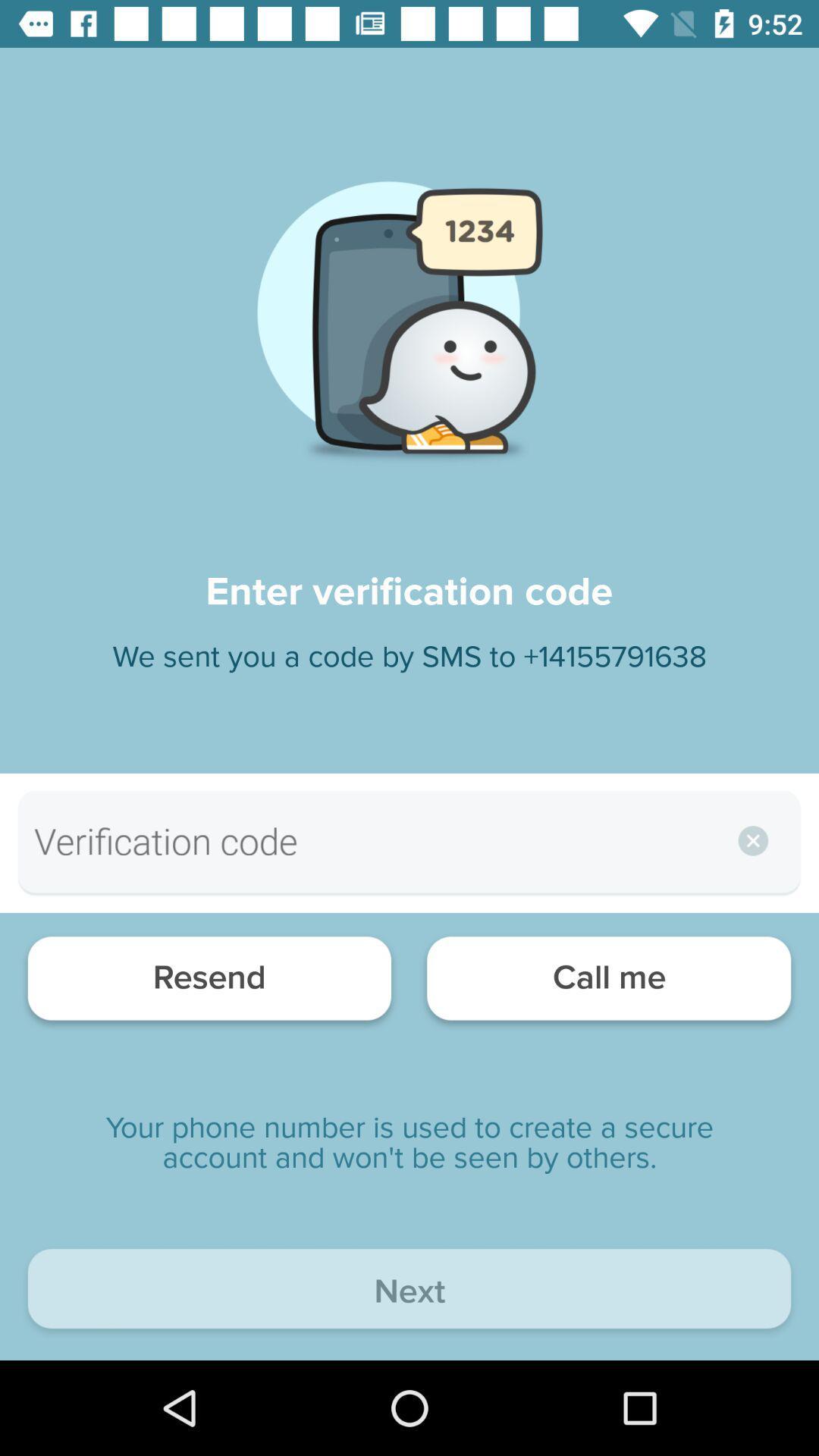 This screenshot has width=819, height=1456. What do you see at coordinates (748, 839) in the screenshot?
I see `the close icon` at bounding box center [748, 839].